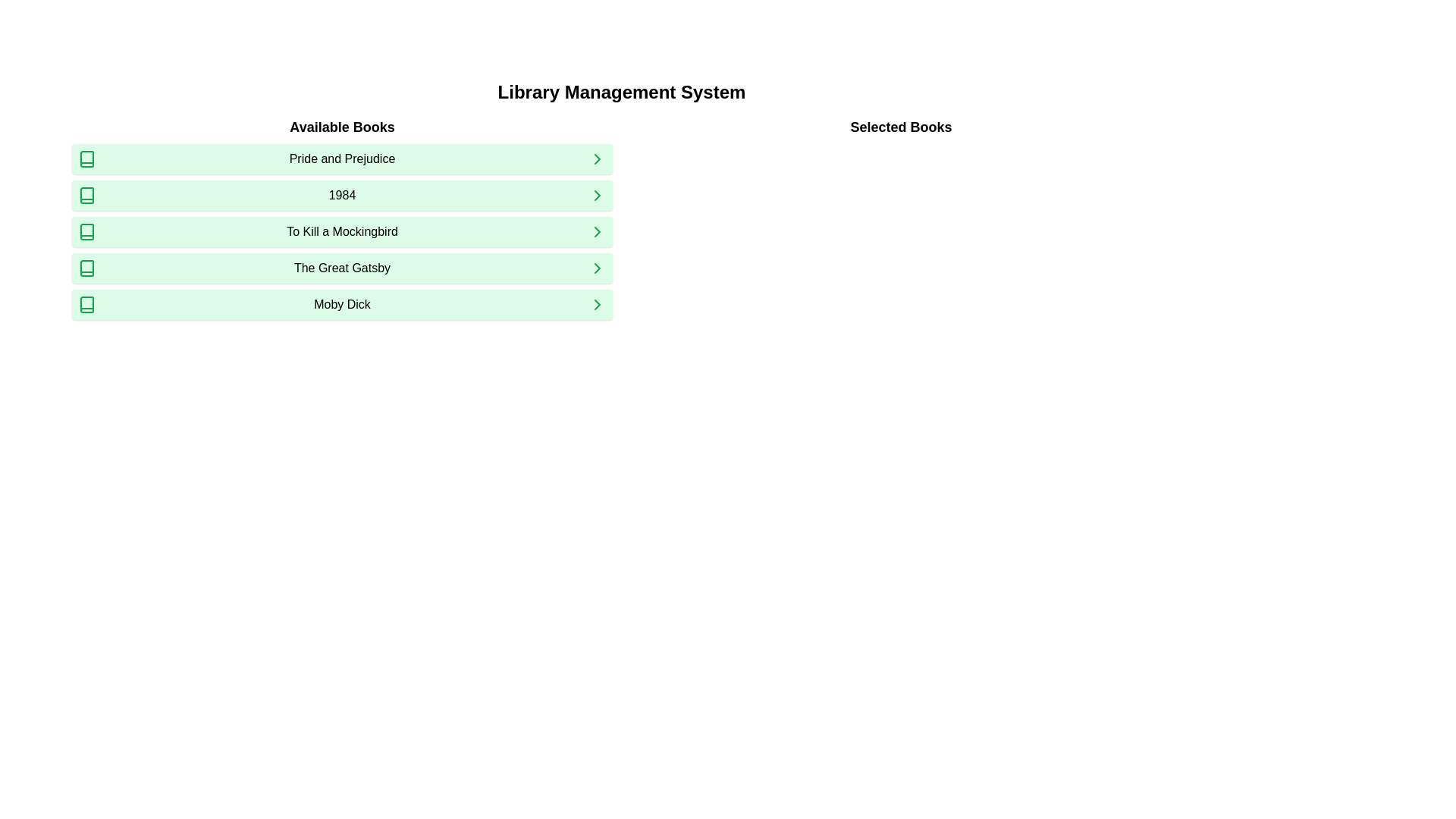  Describe the element at coordinates (341, 158) in the screenshot. I see `the first selectable list item labeled 'Pride and Prejudice' under the 'Available Books' header` at that location.